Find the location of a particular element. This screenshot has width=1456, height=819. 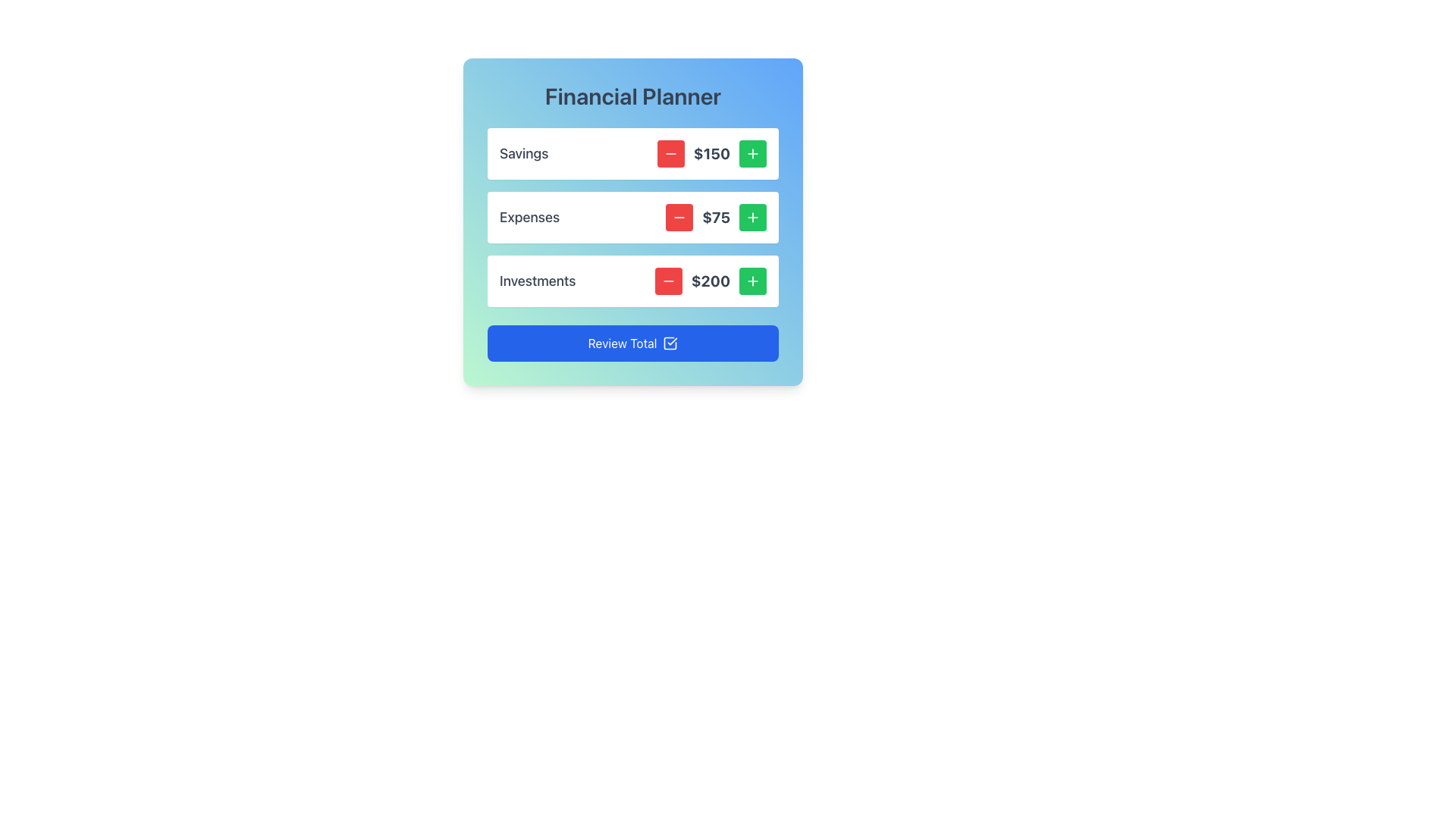

the small rectangular red button with a white minus icon to decrement the value next to the text '$150' in the financial summary card is located at coordinates (670, 154).